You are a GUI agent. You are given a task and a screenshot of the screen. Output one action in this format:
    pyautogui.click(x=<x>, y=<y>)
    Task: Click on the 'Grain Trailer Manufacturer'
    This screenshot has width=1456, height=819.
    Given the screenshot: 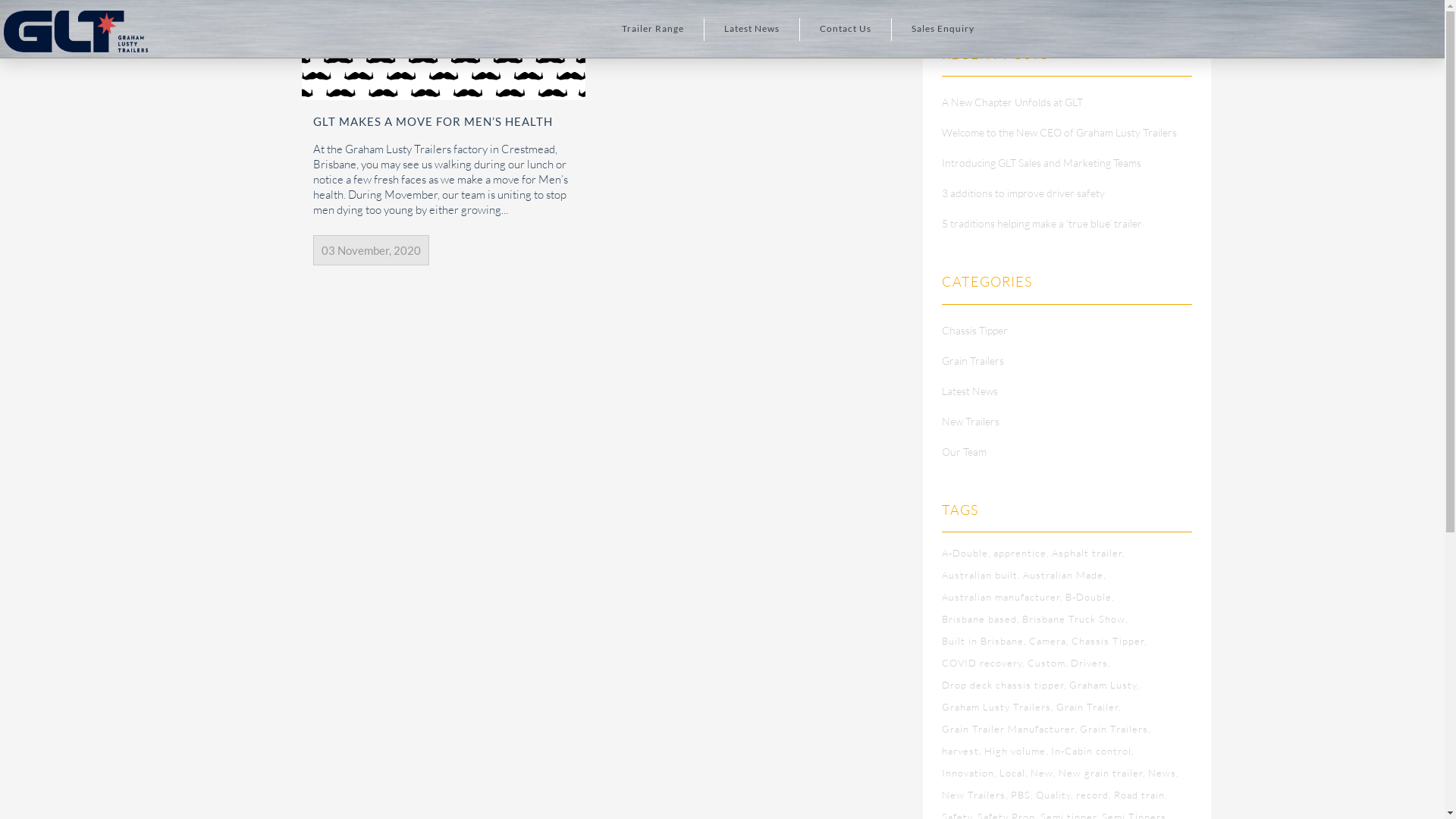 What is the action you would take?
    pyautogui.click(x=1009, y=727)
    